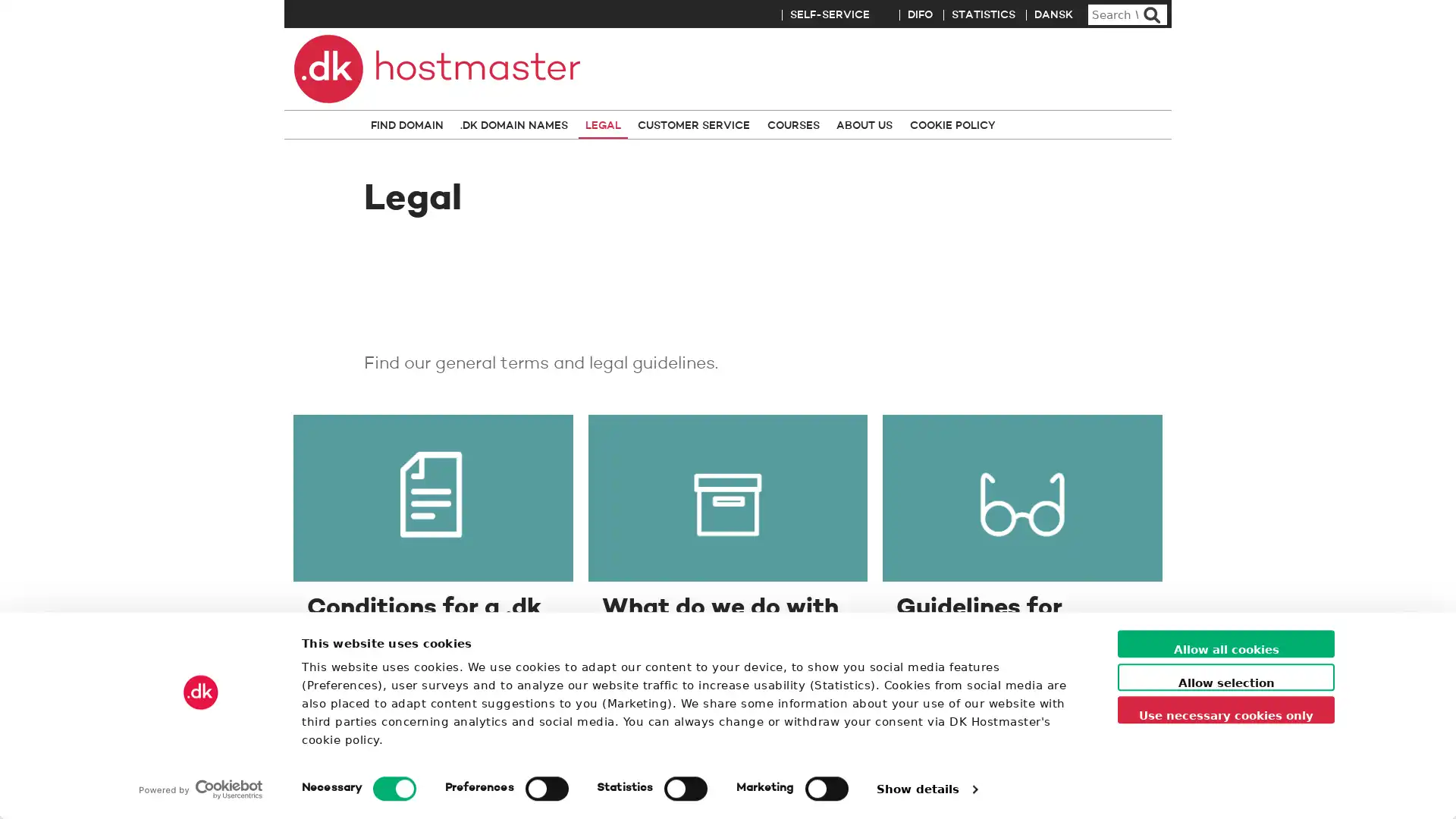  Describe the element at coordinates (1226, 710) in the screenshot. I see `Use necessary cookies only` at that location.